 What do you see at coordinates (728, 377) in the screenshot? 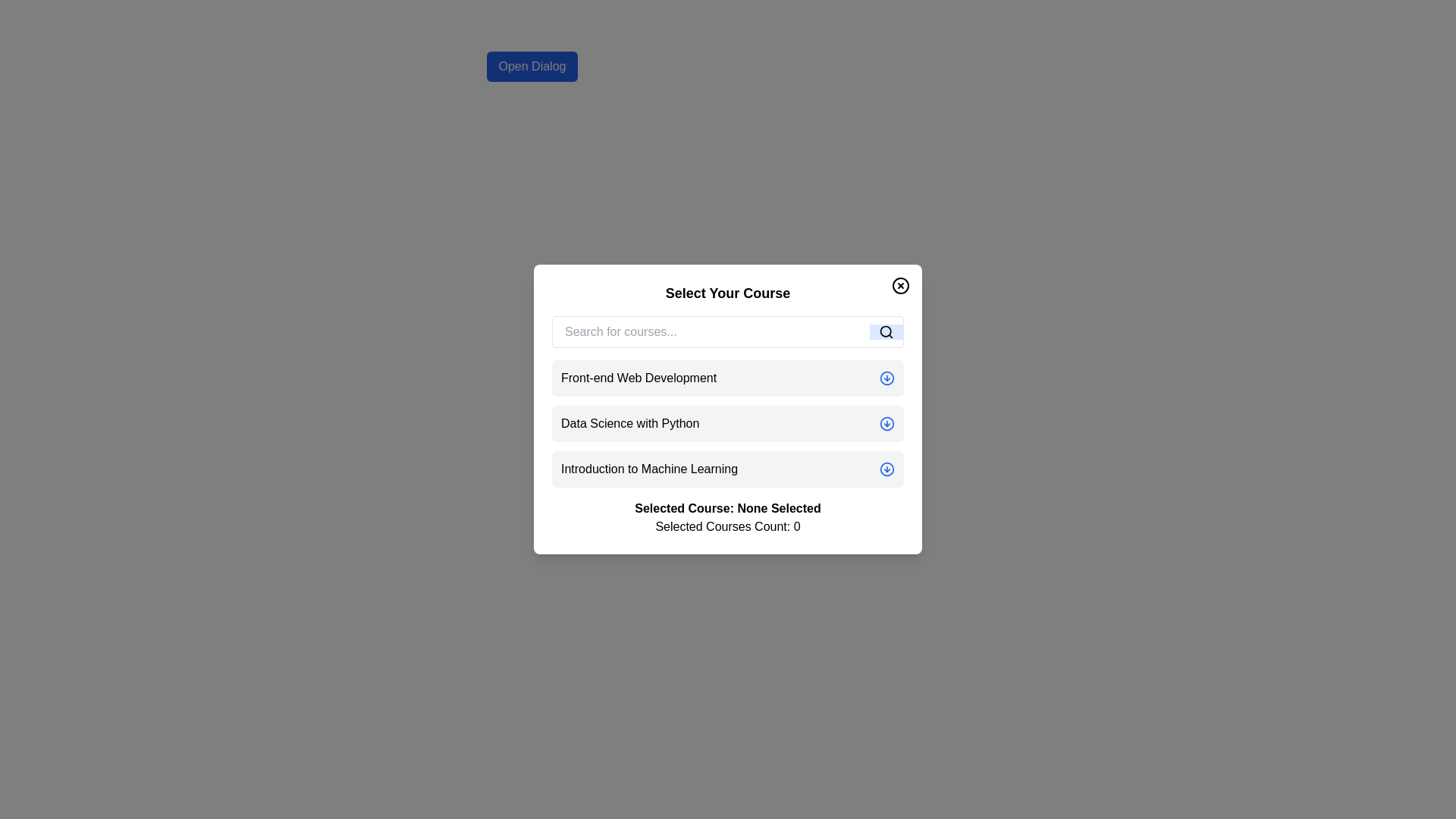
I see `the first course entry module named 'Front-end Web Development'` at bounding box center [728, 377].